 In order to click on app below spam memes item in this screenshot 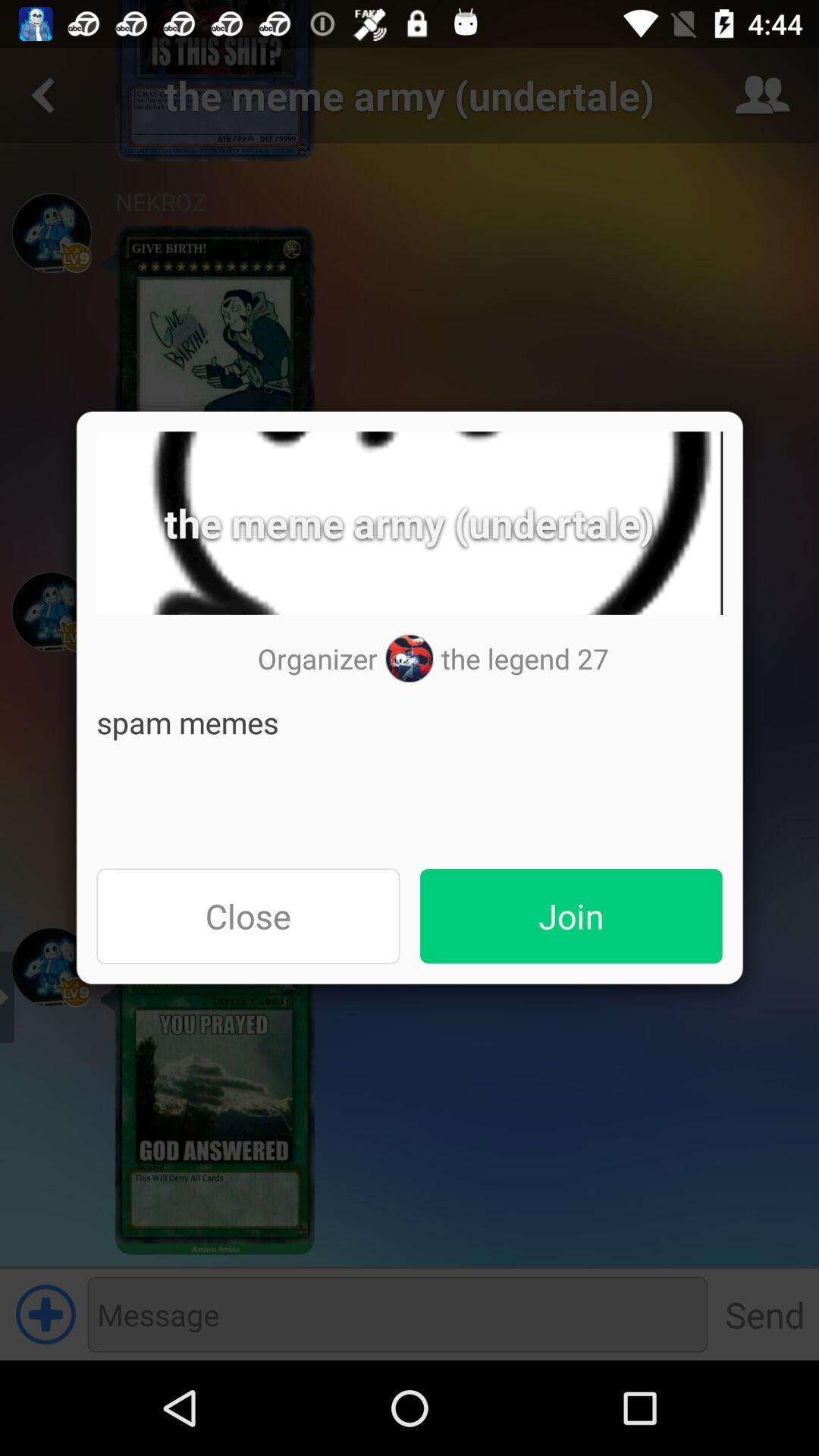, I will do `click(247, 915)`.